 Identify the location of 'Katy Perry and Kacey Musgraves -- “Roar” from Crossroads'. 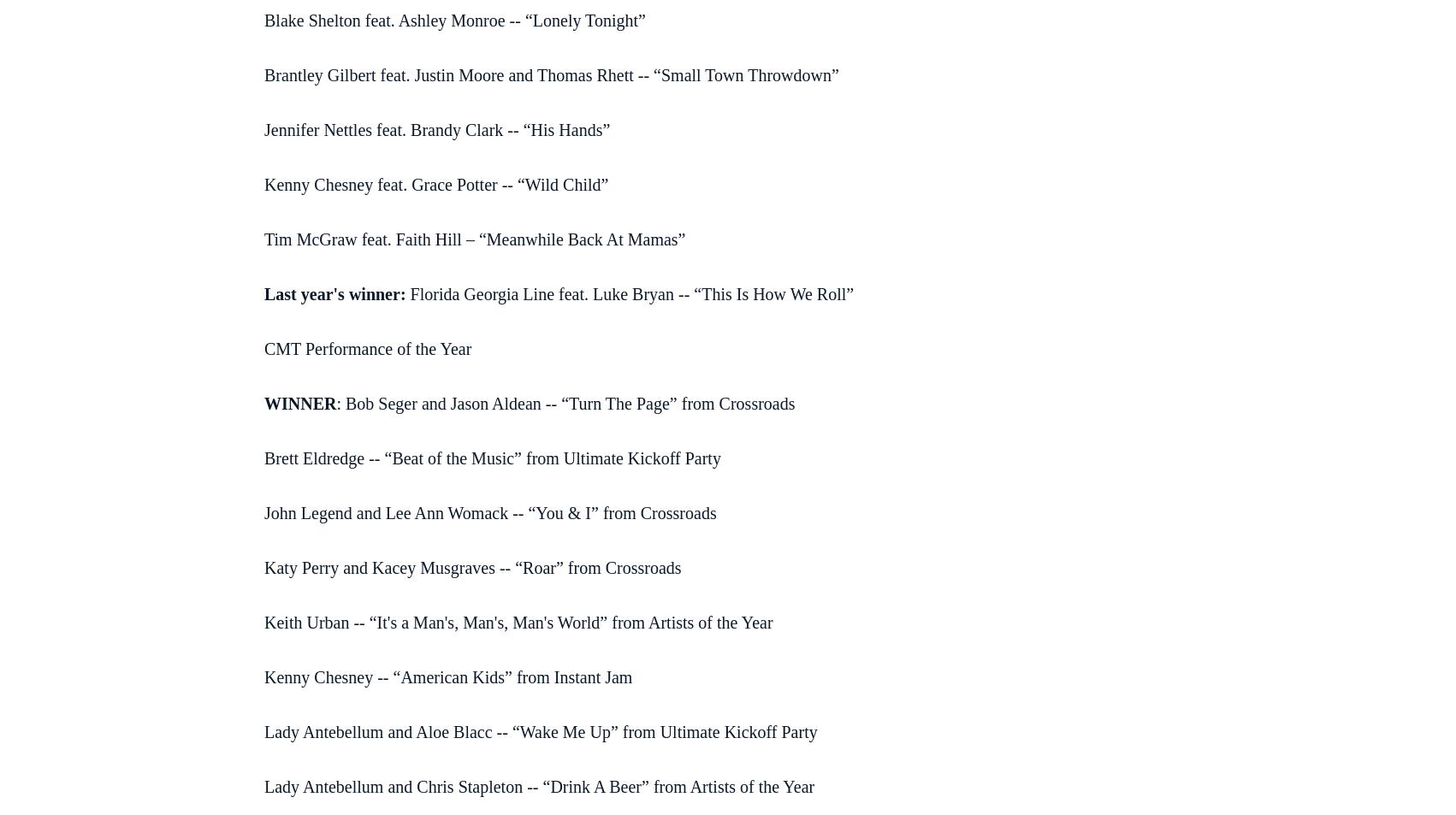
(471, 567).